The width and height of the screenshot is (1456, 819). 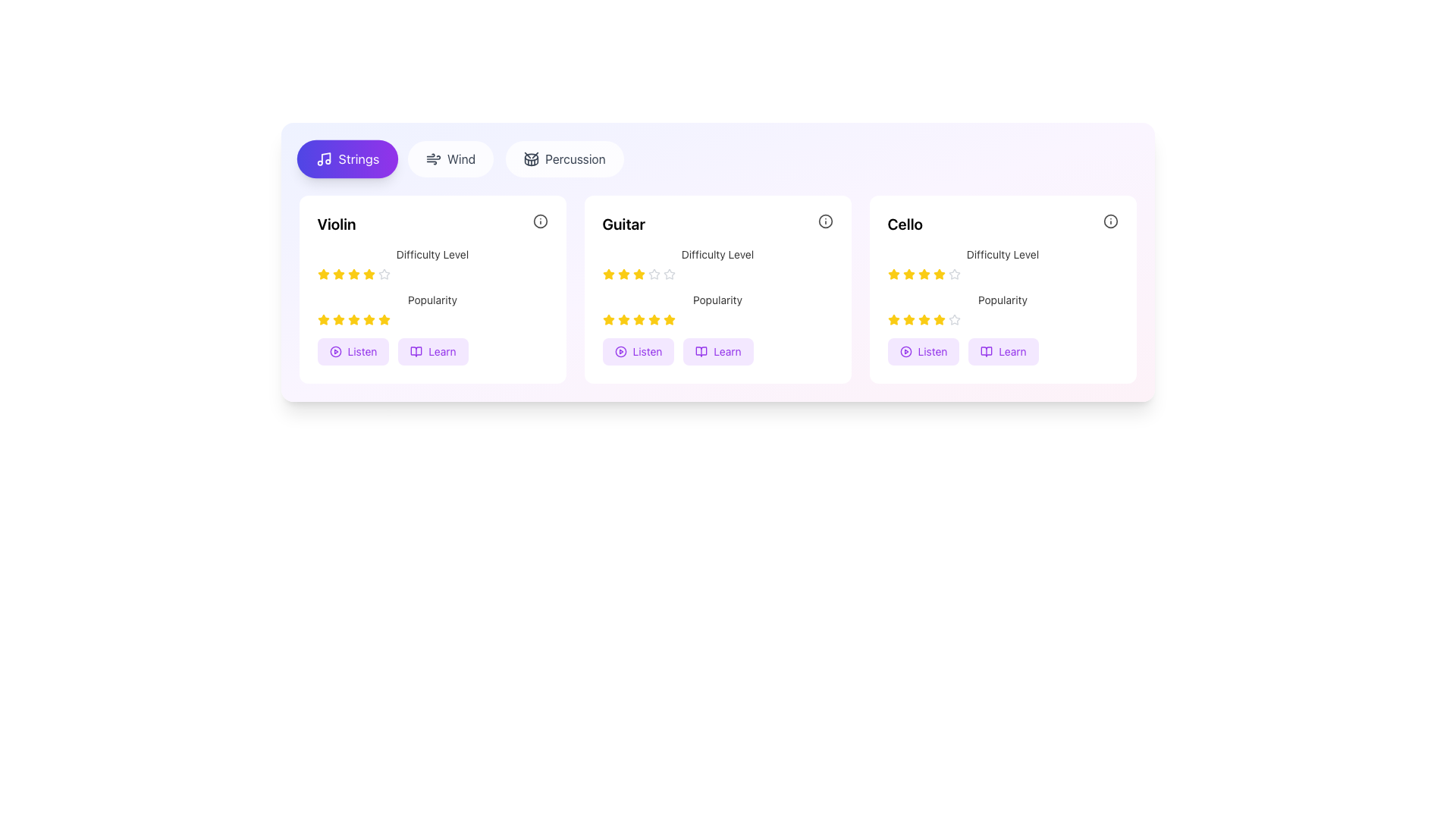 What do you see at coordinates (608, 275) in the screenshot?
I see `the yellow star-shaped icon indicating the rating for 'Difficulty Level' in the 'Guitar' card interface` at bounding box center [608, 275].